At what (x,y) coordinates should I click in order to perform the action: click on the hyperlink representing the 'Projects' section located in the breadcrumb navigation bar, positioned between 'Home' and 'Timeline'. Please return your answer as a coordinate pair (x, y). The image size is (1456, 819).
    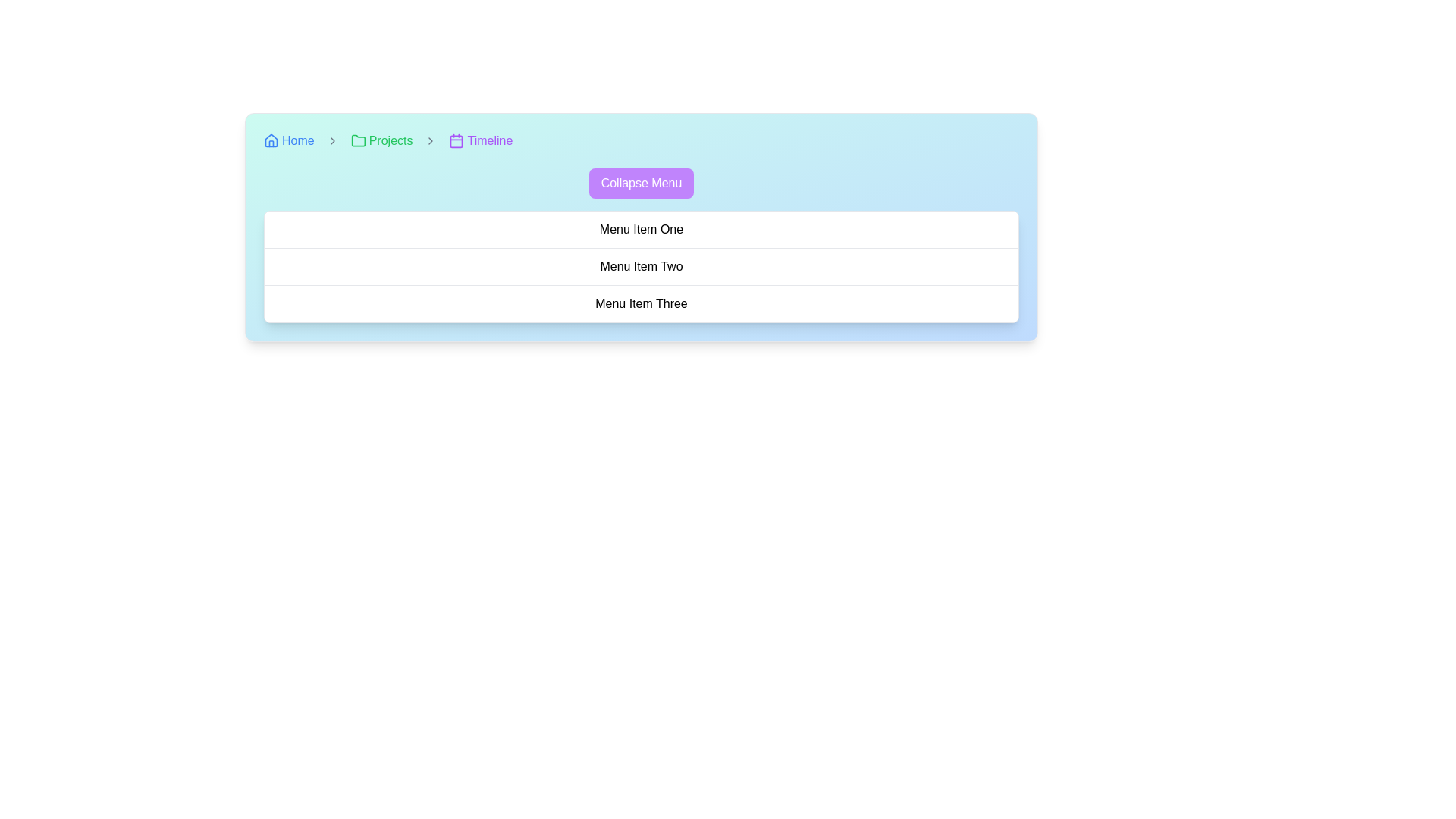
    Looking at the image, I should click on (381, 140).